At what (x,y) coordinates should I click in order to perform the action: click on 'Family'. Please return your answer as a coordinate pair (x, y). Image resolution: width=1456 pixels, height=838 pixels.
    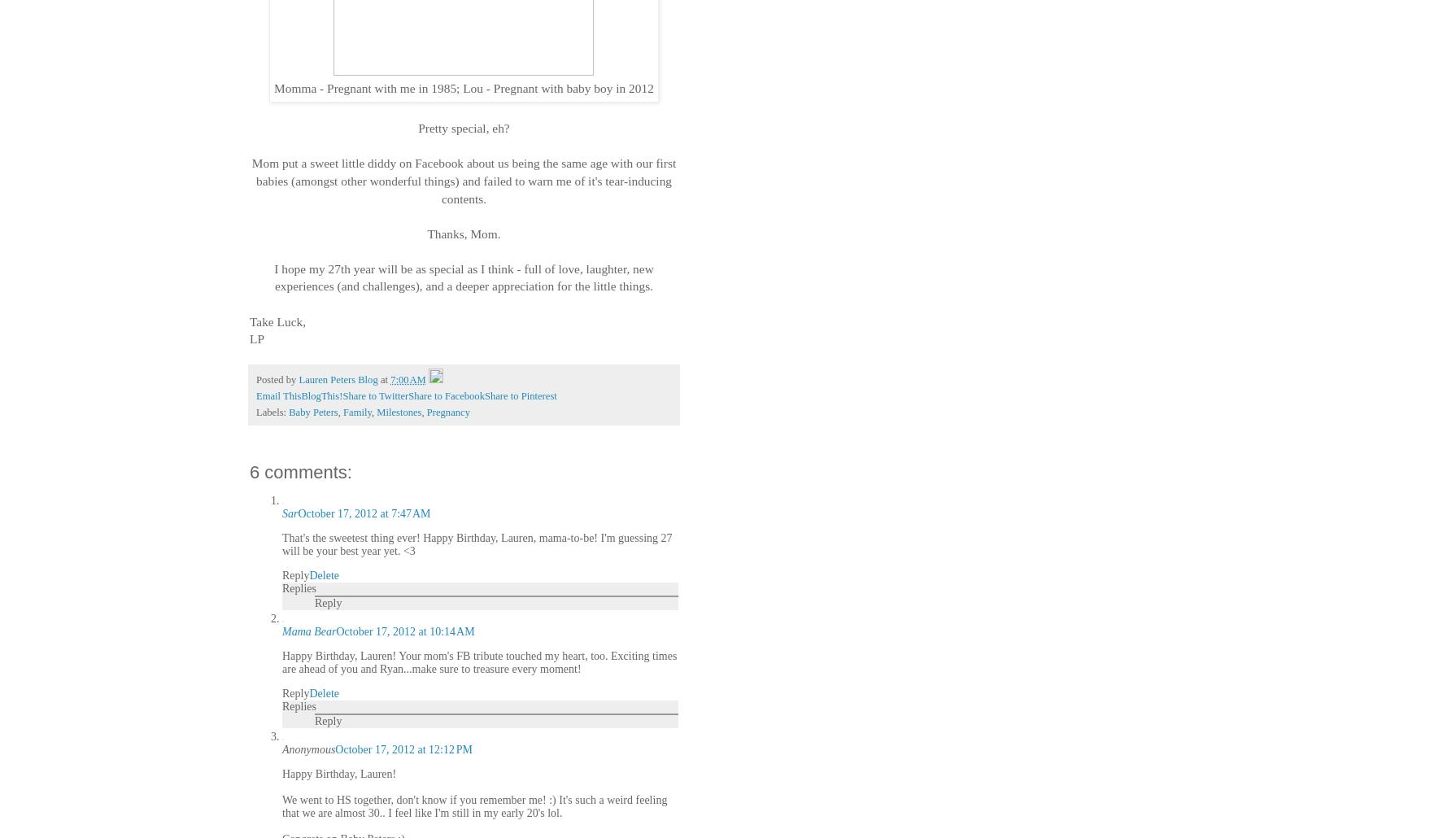
    Looking at the image, I should click on (343, 411).